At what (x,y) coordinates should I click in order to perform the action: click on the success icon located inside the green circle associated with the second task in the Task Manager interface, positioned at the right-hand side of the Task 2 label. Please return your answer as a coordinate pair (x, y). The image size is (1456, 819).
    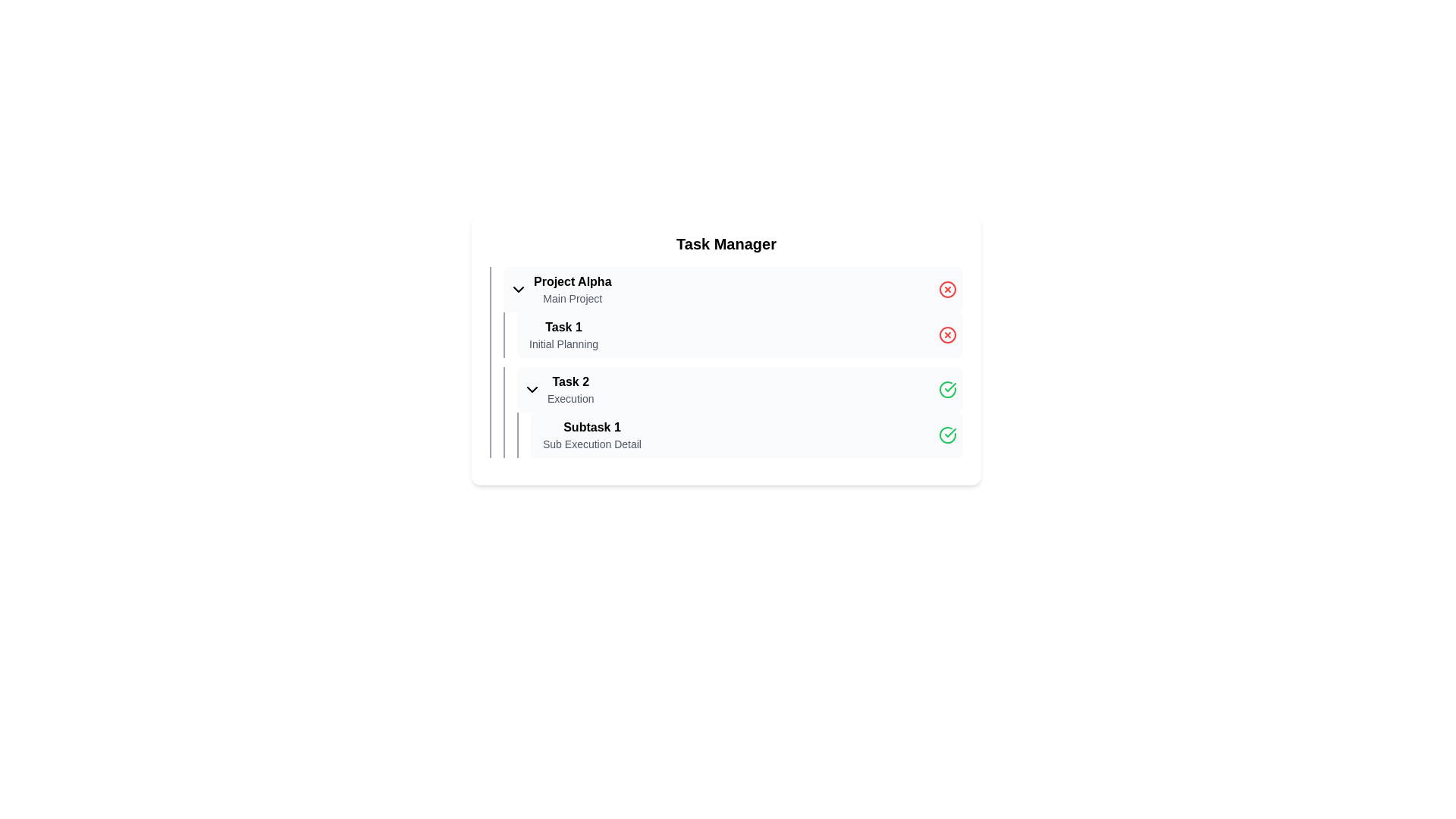
    Looking at the image, I should click on (946, 435).